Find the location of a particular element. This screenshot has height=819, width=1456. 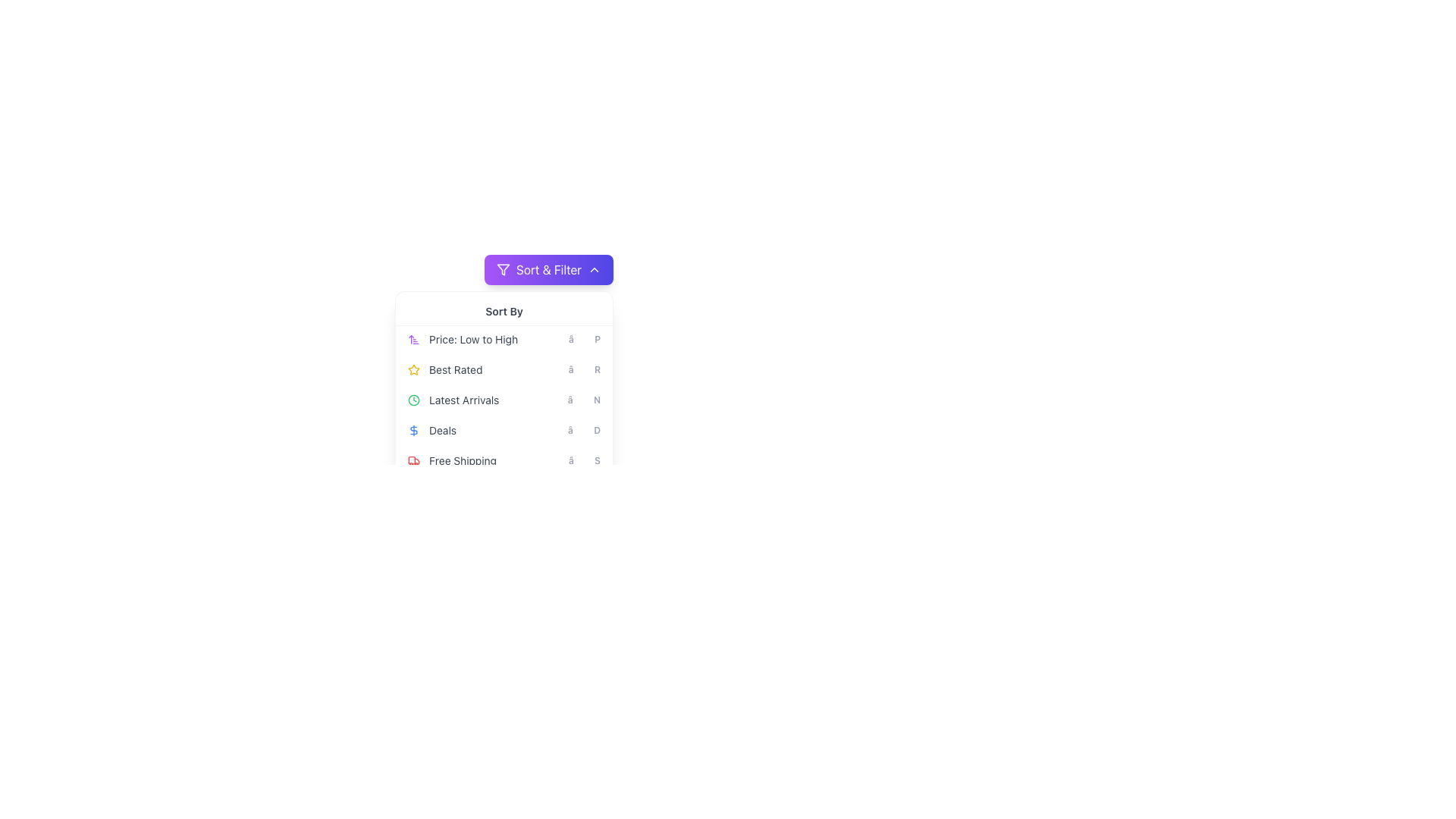

the reset button located at the bottom of the filter options panel to clear all currently applied filters and restore the default settings is located at coordinates (504, 500).